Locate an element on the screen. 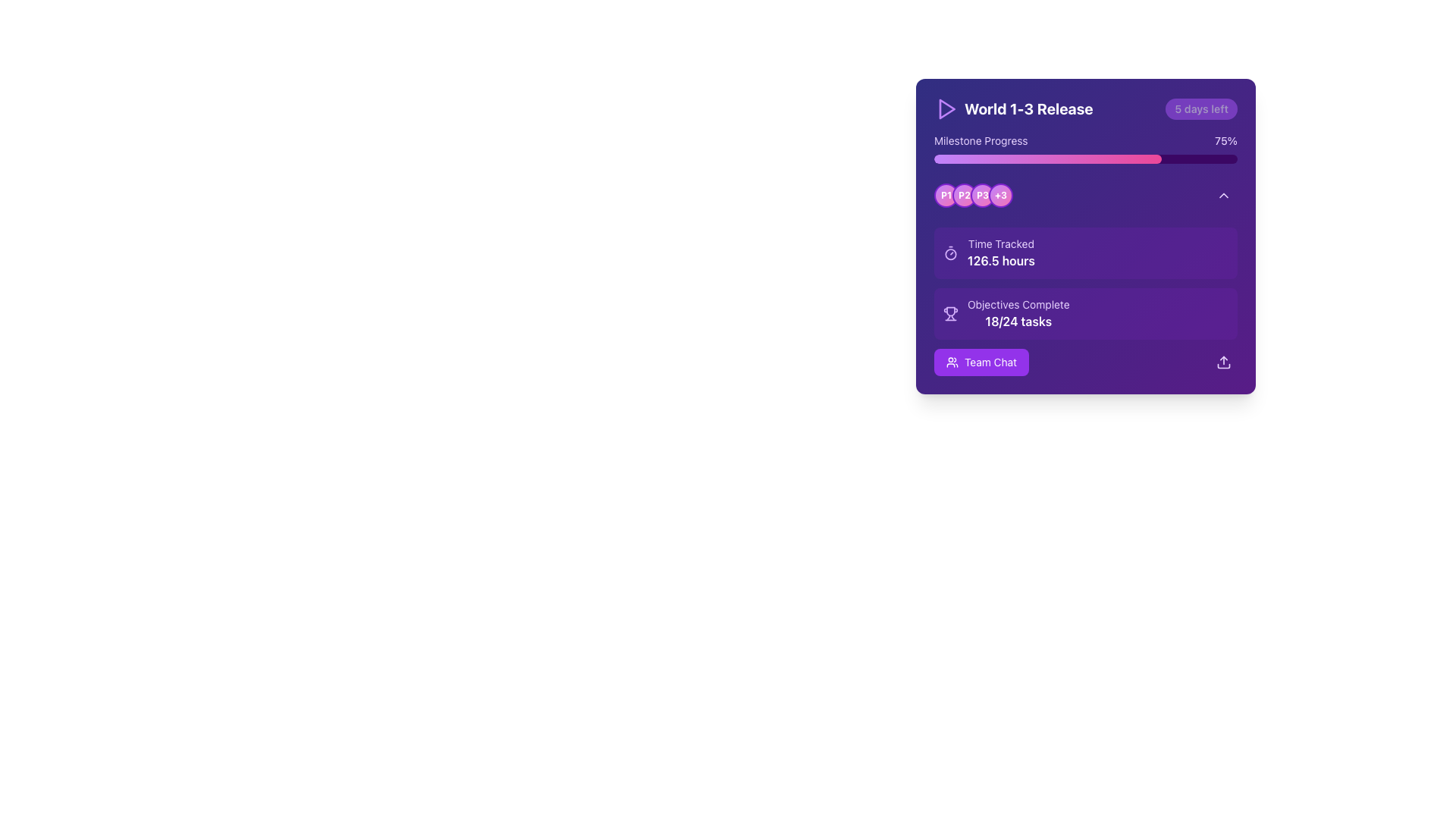 The height and width of the screenshot is (819, 1456). the 'Time Tracked' label which is styled in a small font size with a purple hue, located above the numeric value '126.5 hours' is located at coordinates (1001, 243).